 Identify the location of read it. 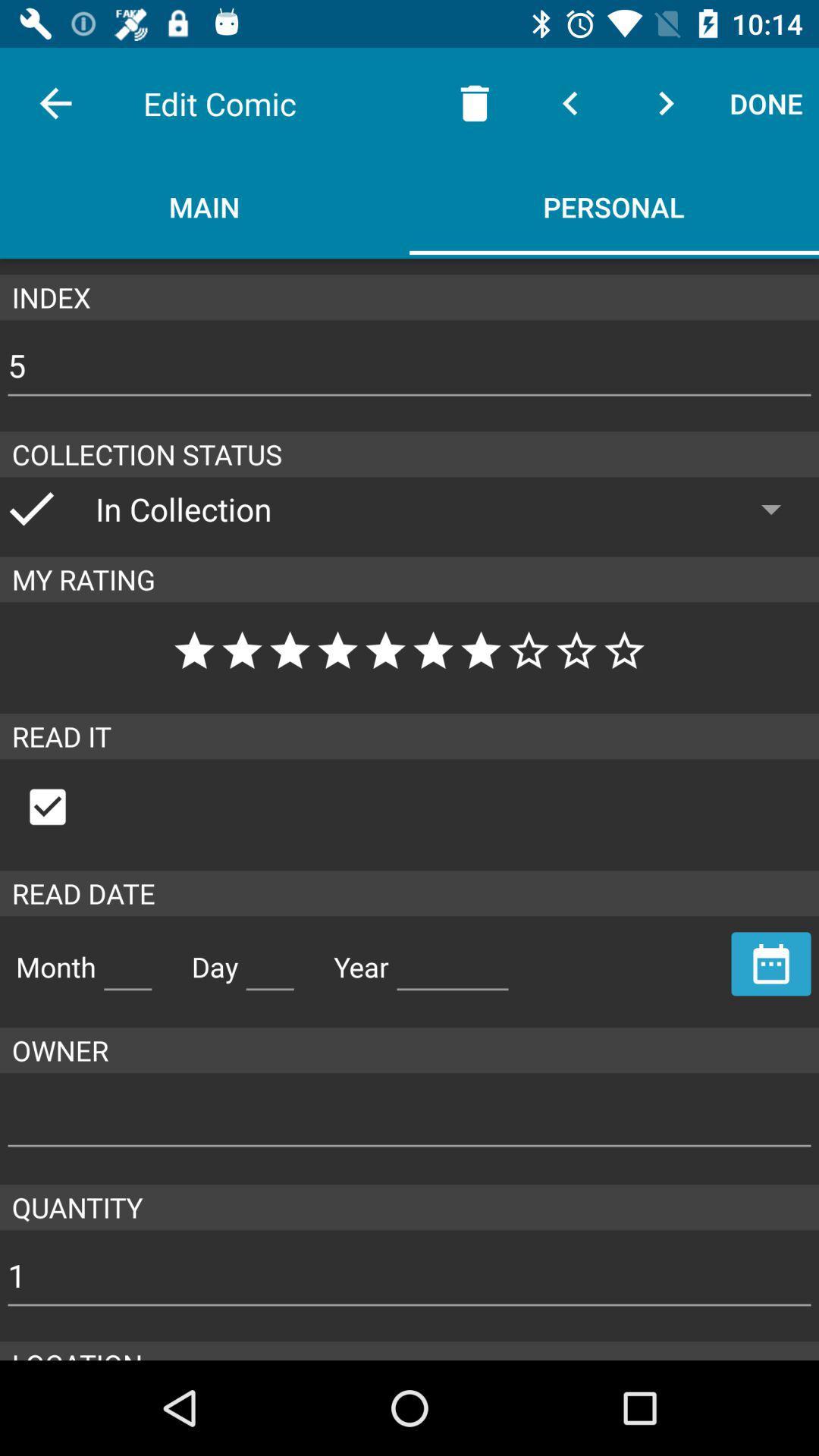
(63, 806).